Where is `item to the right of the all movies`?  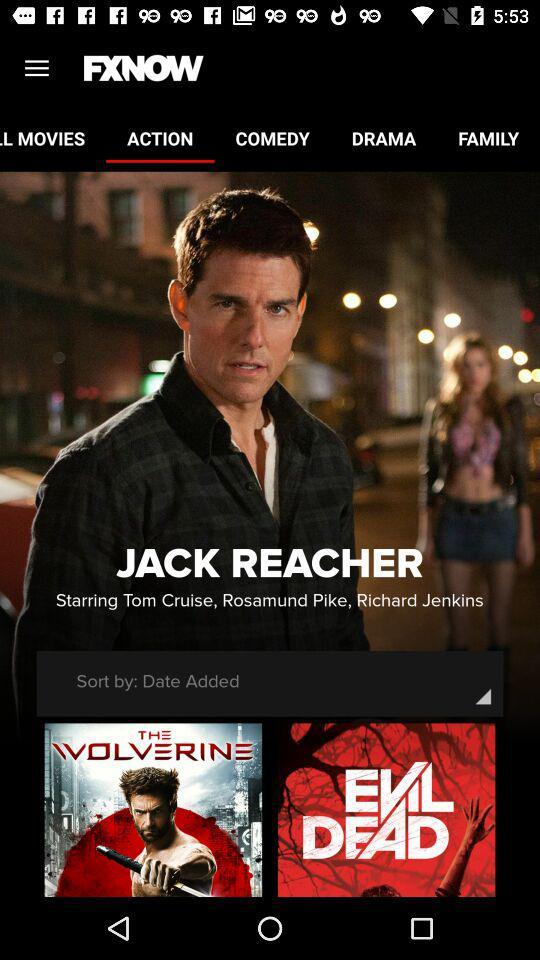 item to the right of the all movies is located at coordinates (159, 137).